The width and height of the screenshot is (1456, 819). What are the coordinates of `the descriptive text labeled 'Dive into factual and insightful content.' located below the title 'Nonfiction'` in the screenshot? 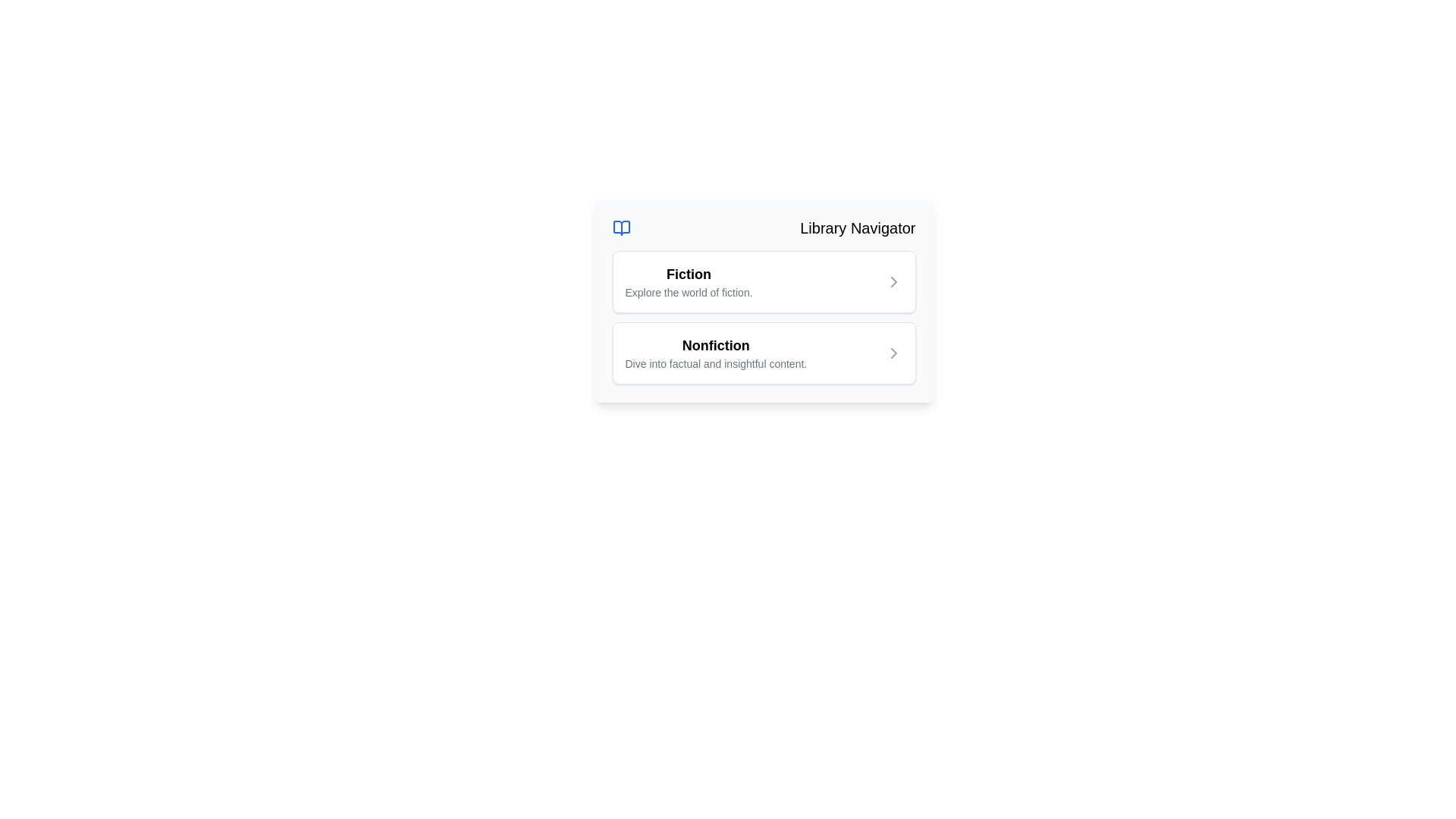 It's located at (715, 363).